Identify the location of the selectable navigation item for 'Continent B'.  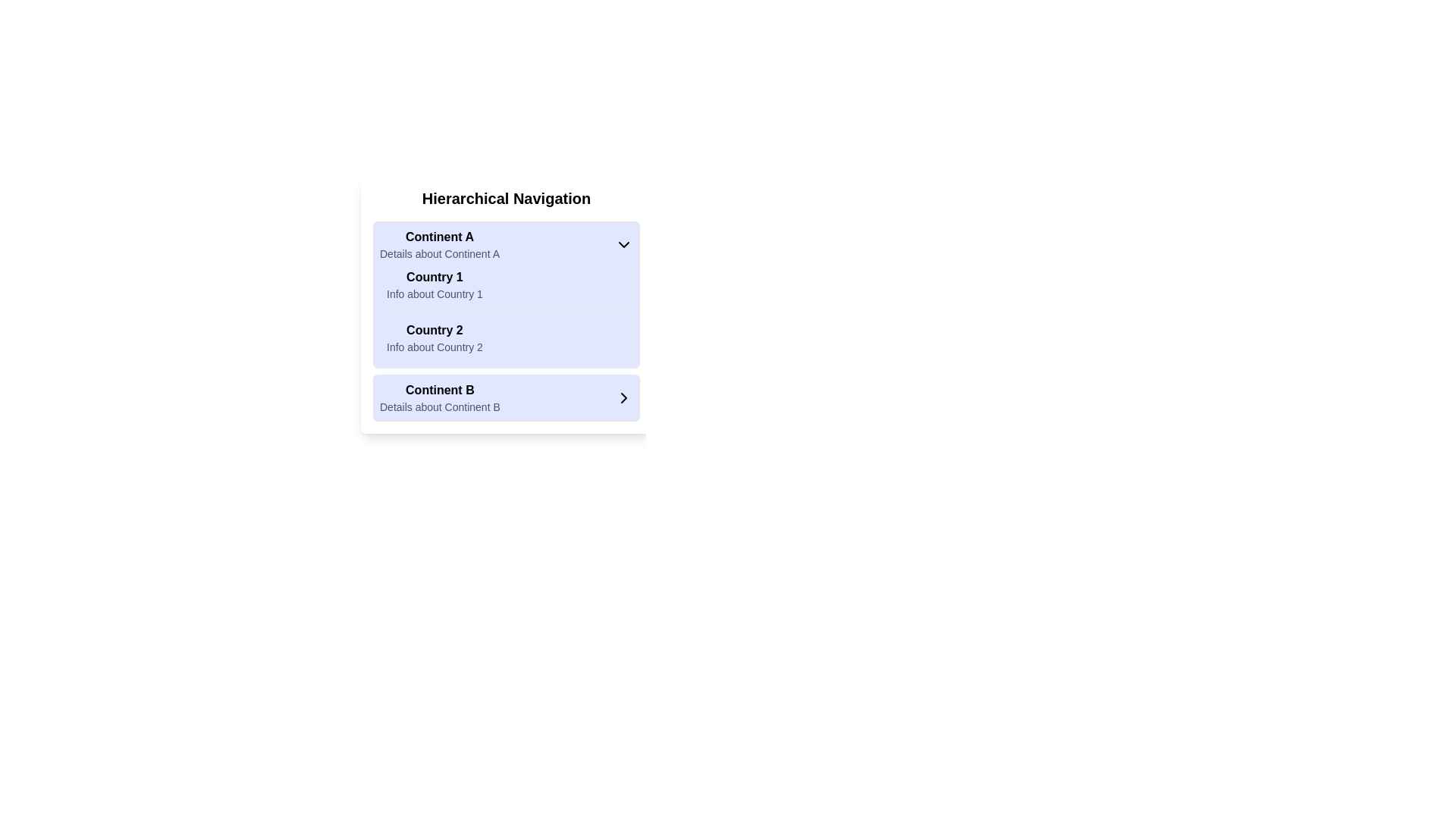
(506, 397).